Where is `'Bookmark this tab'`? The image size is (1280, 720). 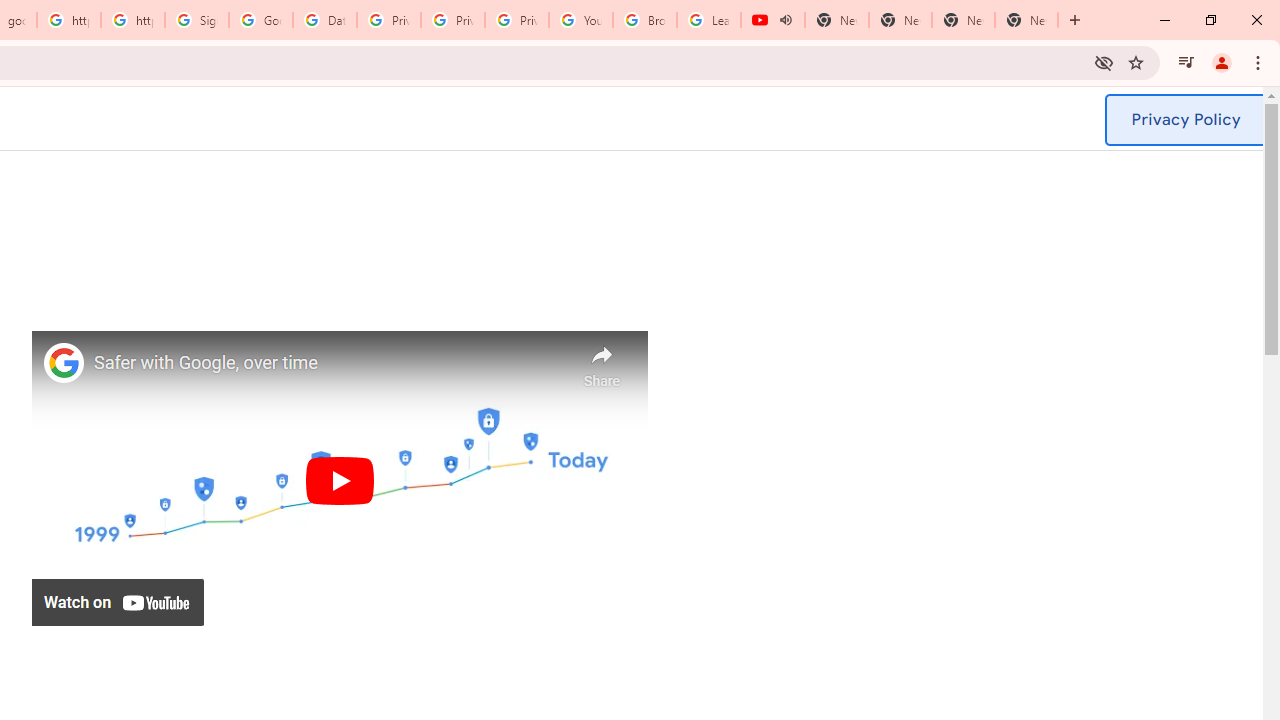 'Bookmark this tab' is located at coordinates (1136, 61).